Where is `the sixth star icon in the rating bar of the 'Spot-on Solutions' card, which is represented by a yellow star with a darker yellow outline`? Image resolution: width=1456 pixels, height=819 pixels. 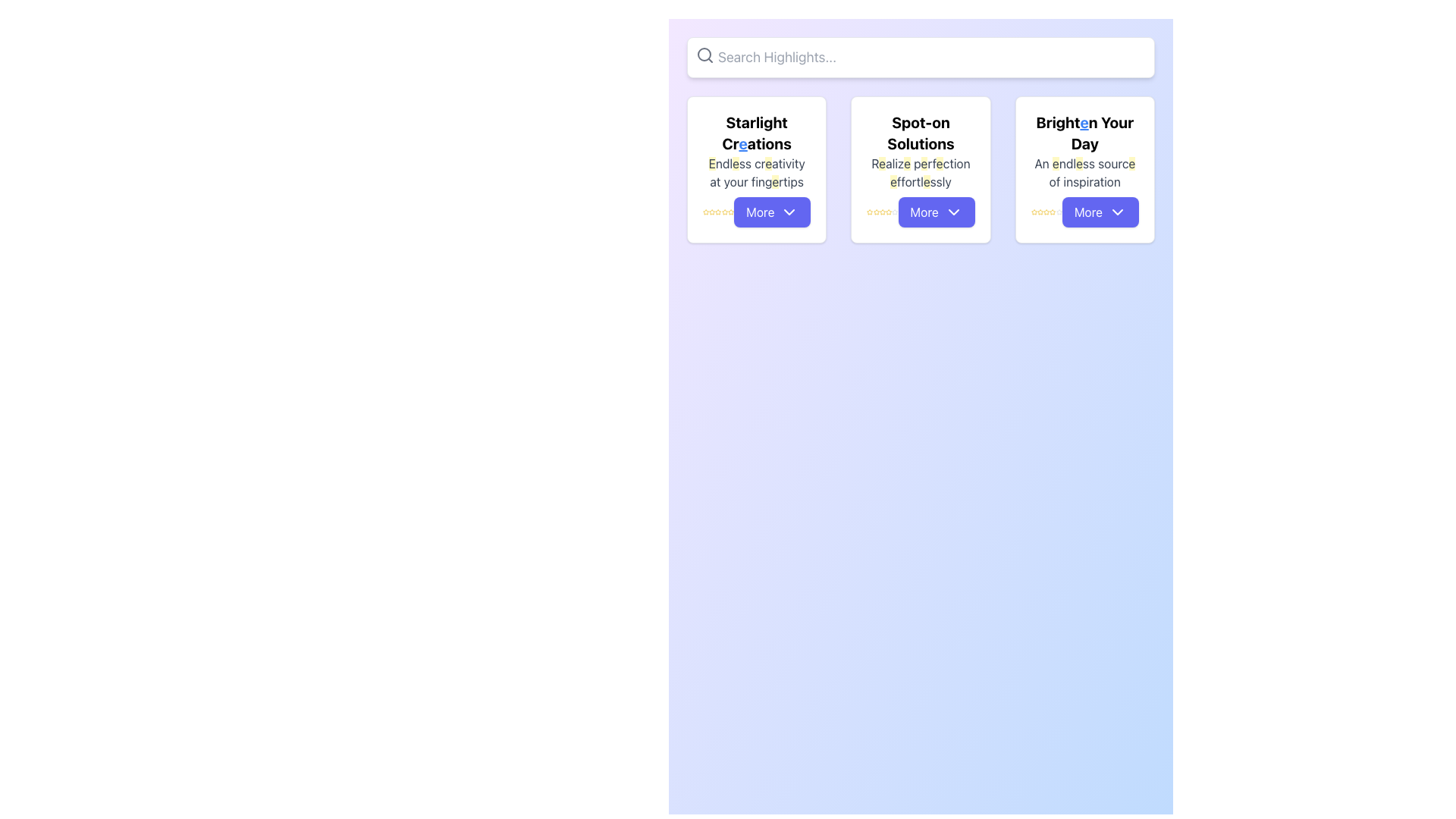
the sixth star icon in the rating bar of the 'Spot-on Solutions' card, which is represented by a yellow star with a darker yellow outline is located at coordinates (889, 212).